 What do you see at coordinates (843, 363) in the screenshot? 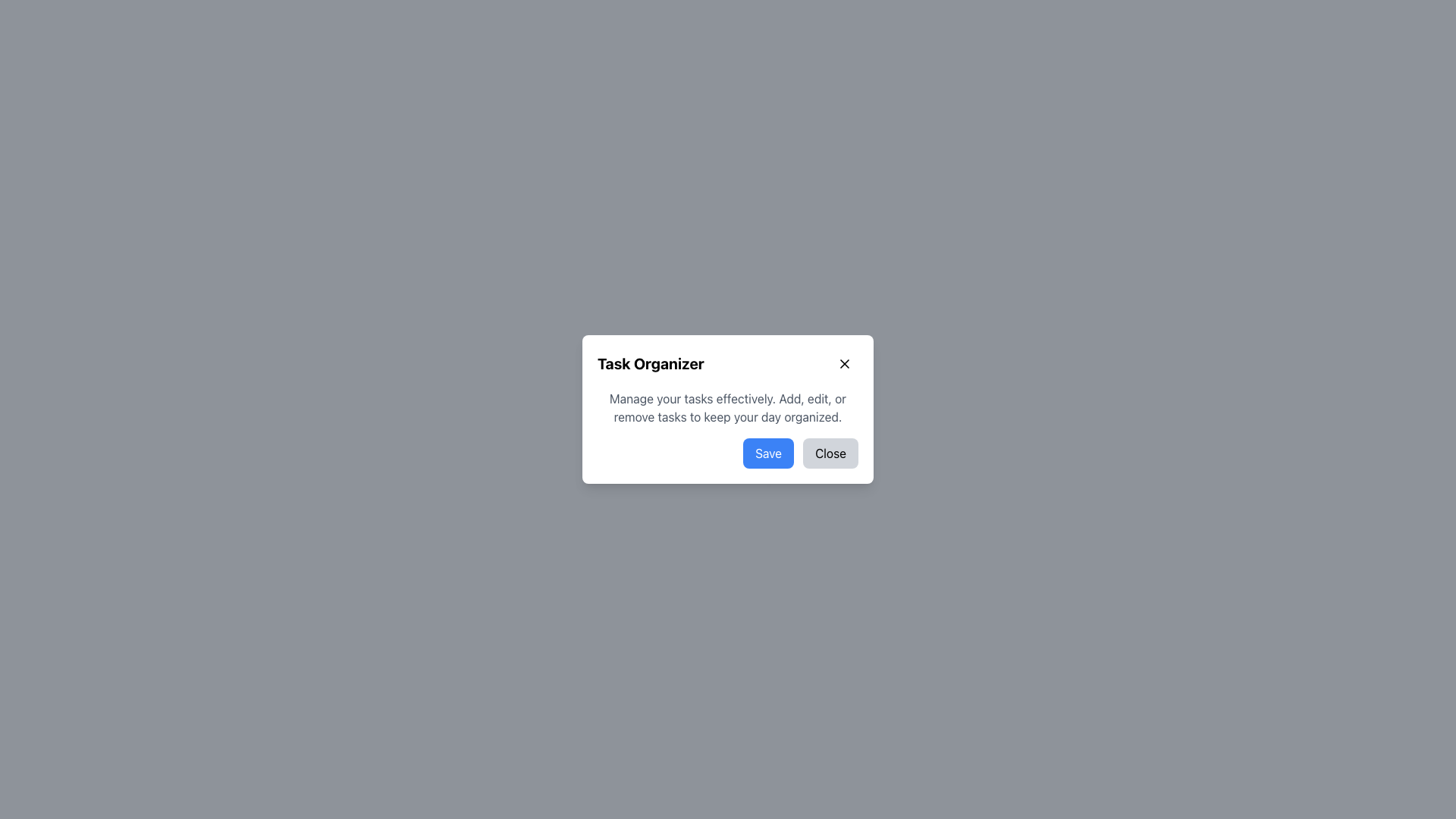
I see `the Close icon, represented by a small 'X' shape with a black stroke, located in the top-right corner of the pop-up dialog box titled 'Task Organizer'` at bounding box center [843, 363].